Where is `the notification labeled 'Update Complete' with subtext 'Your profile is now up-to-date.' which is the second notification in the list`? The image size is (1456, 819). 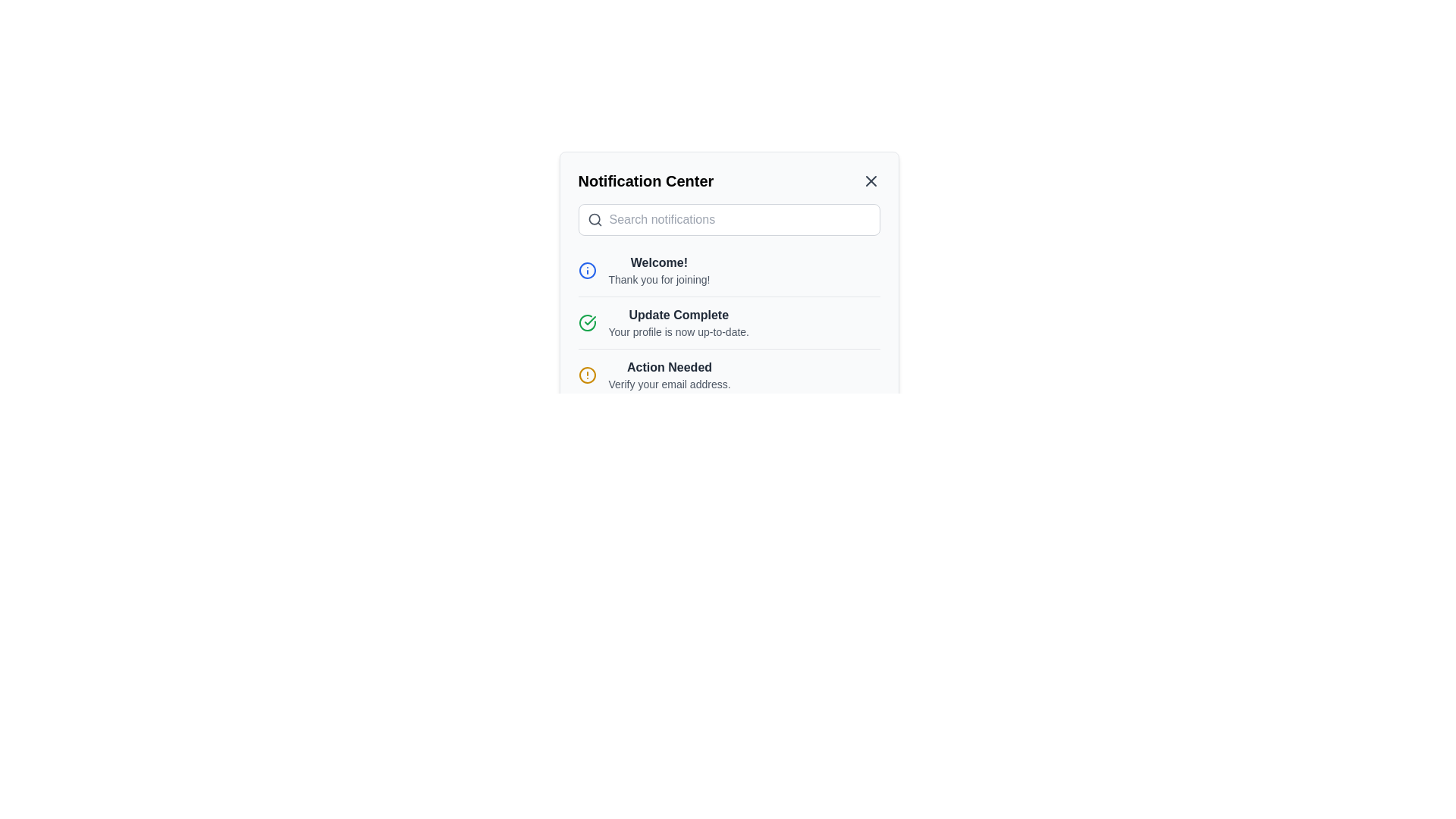 the notification labeled 'Update Complete' with subtext 'Your profile is now up-to-date.' which is the second notification in the list is located at coordinates (729, 349).